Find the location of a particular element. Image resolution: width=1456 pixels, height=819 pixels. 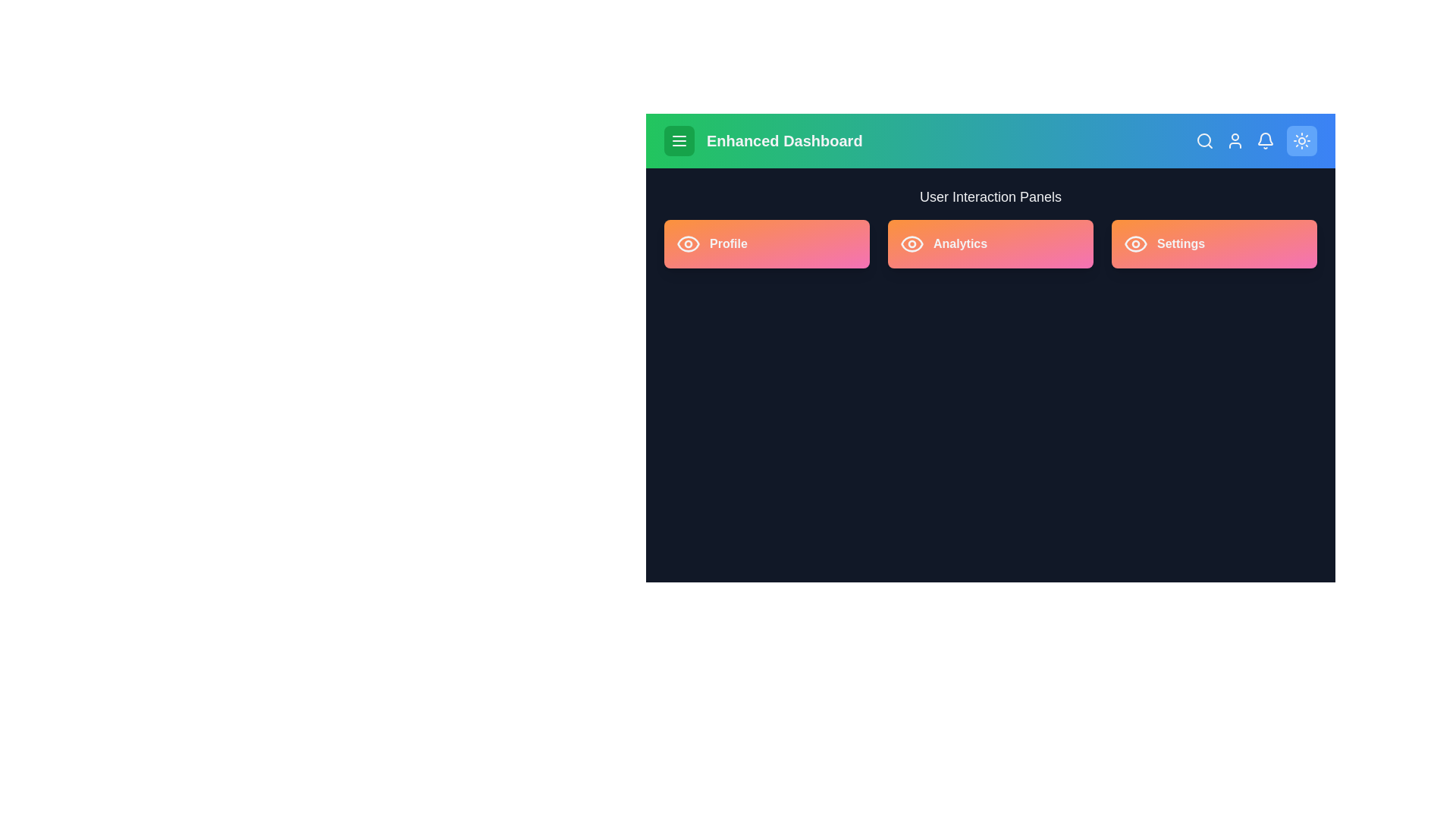

the menu button located in the top-left corner of the app bar is located at coordinates (679, 140).